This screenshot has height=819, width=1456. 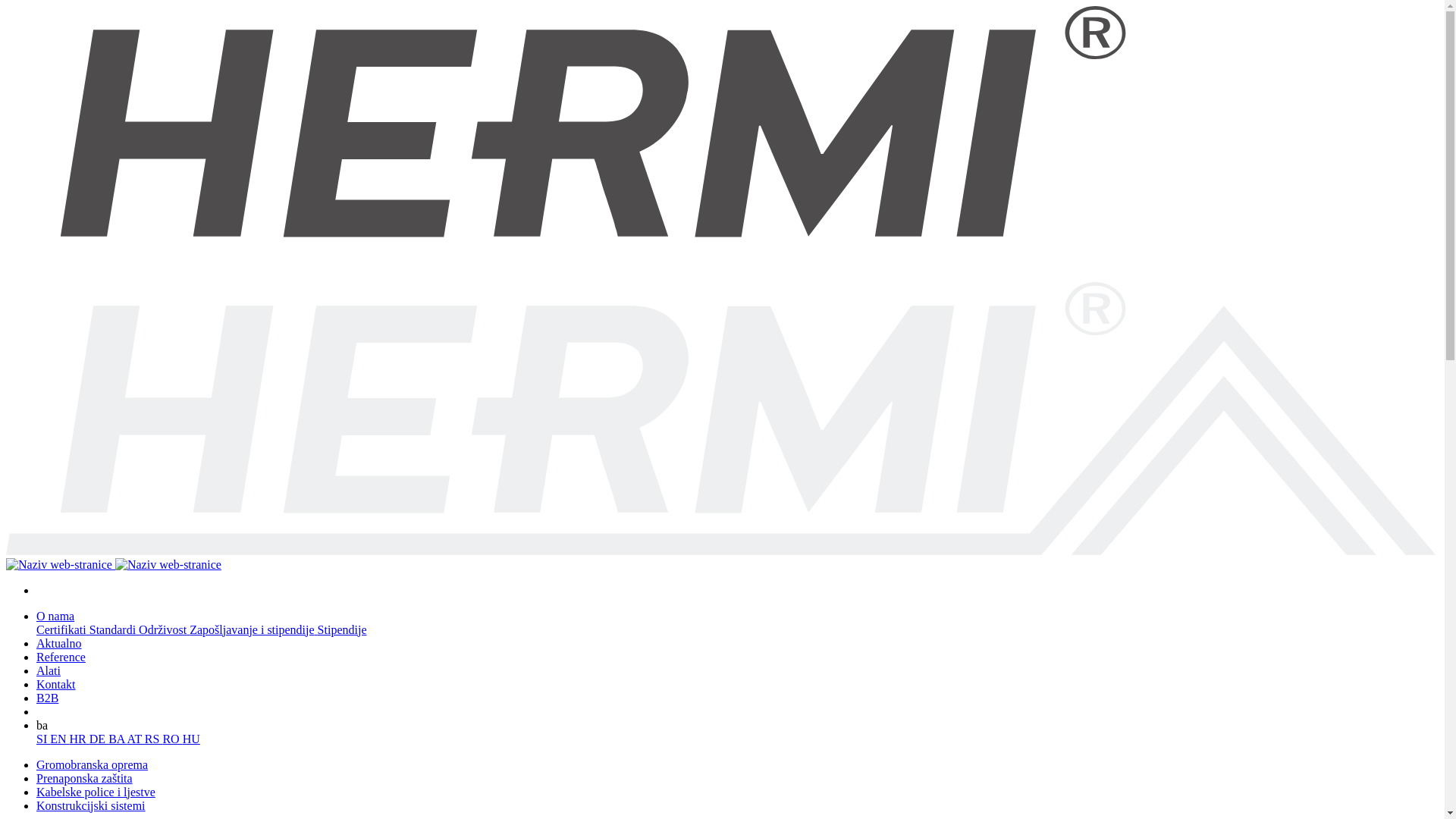 I want to click on 'Aktualno', so click(x=58, y=643).